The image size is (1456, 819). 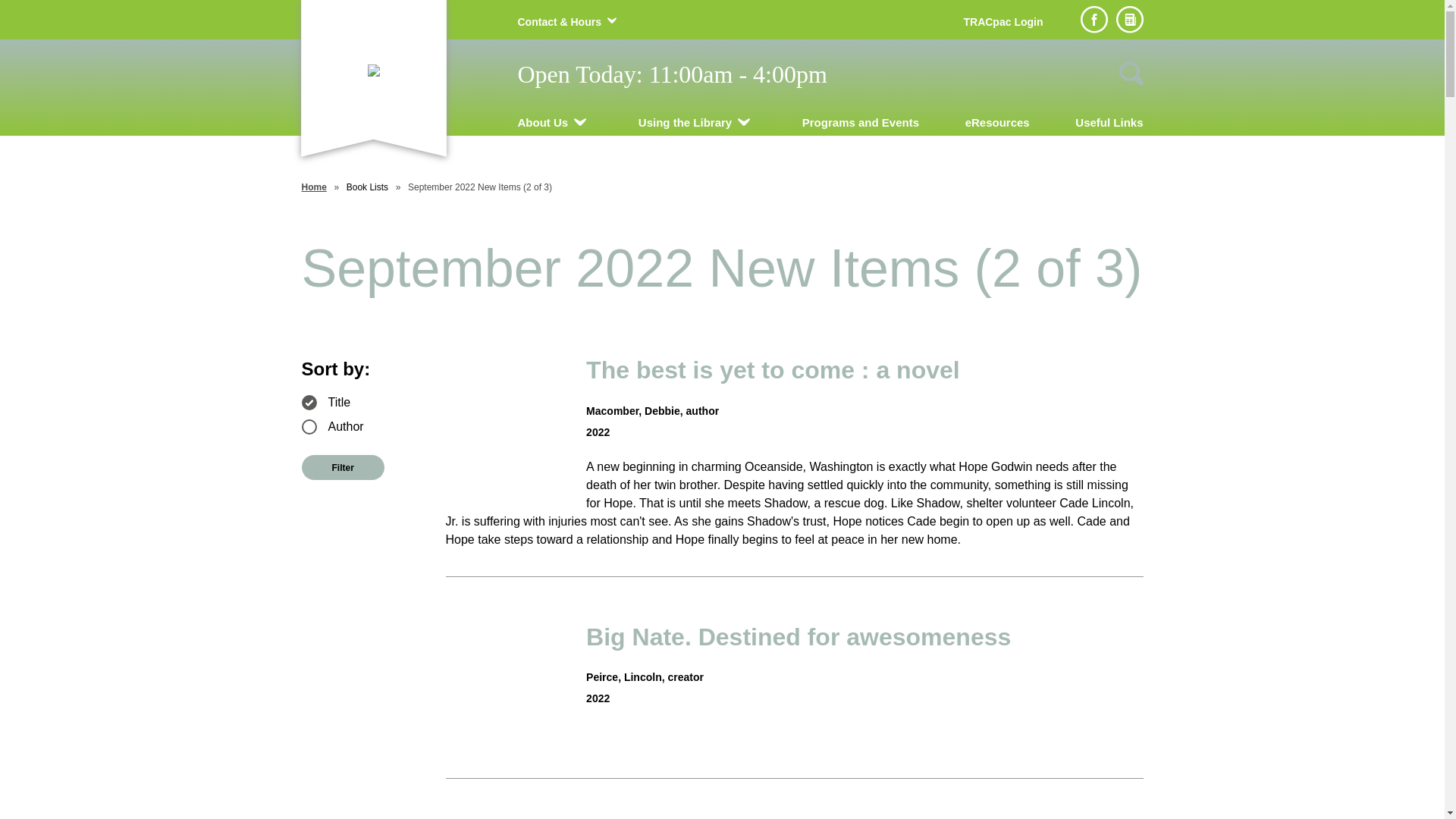 I want to click on 'Contact & Hours', so click(x=558, y=22).